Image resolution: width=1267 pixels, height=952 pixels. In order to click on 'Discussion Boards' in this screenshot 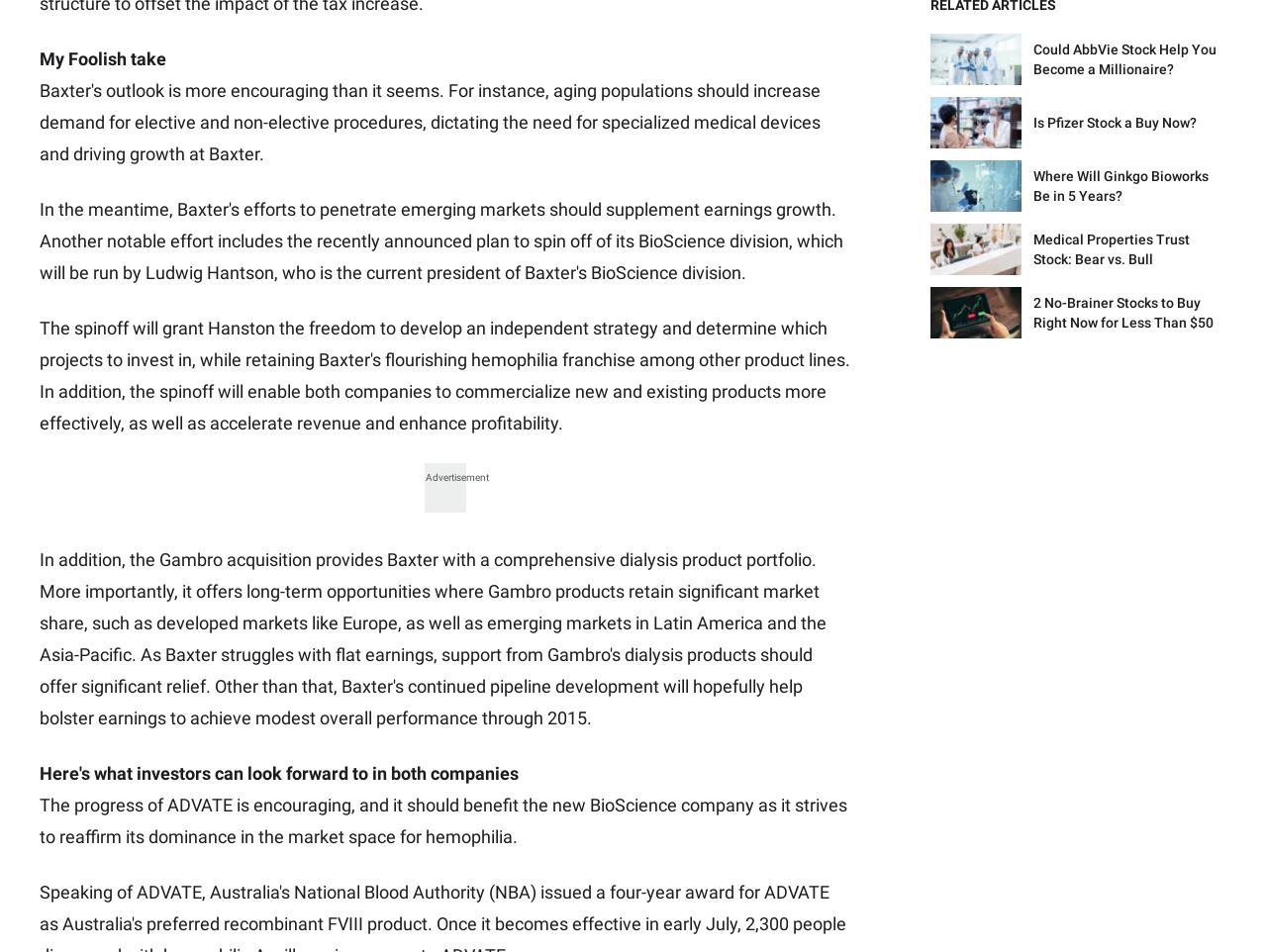, I will do `click(962, 389)`.